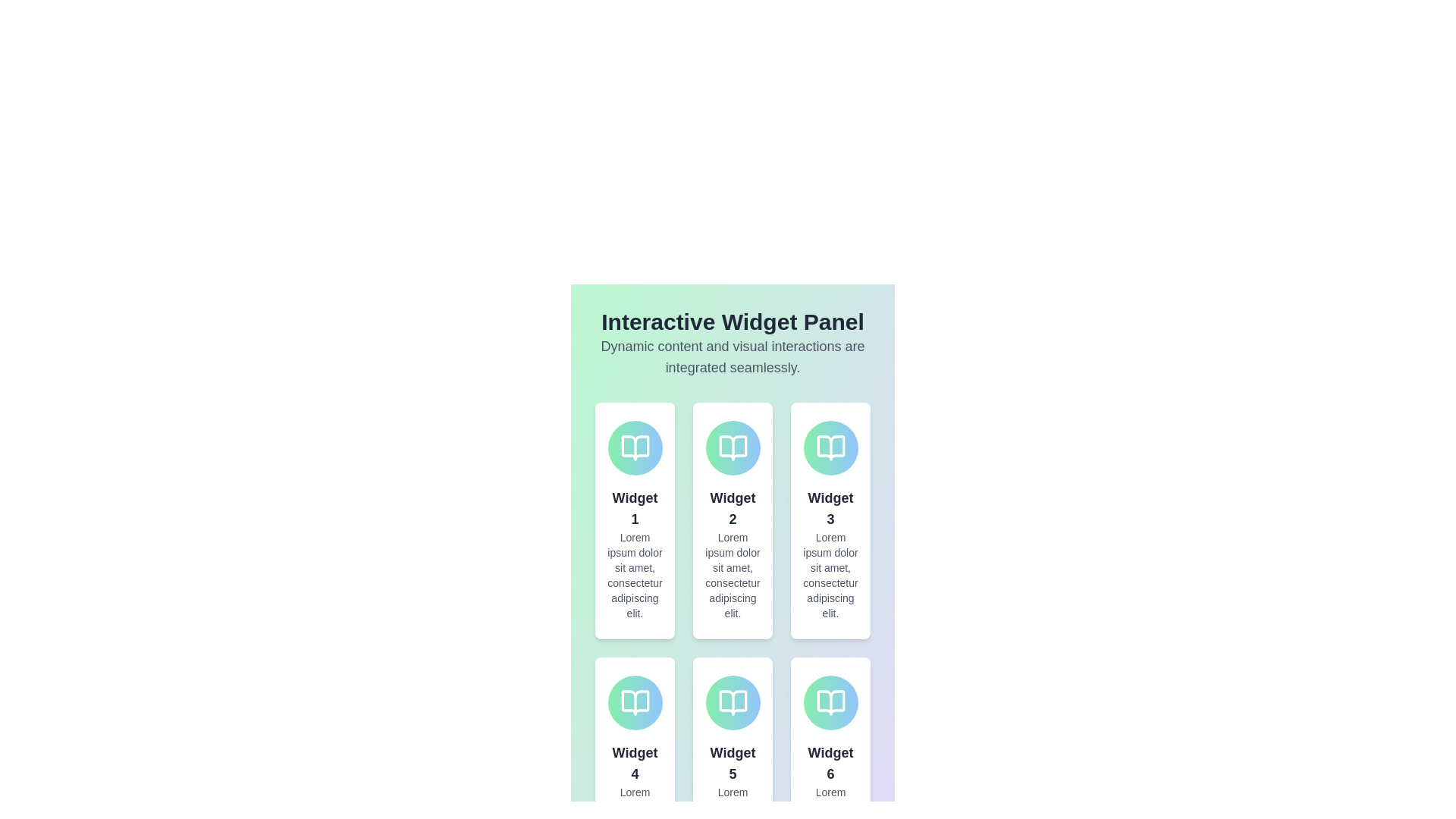  Describe the element at coordinates (830, 702) in the screenshot. I see `the circular icon with a gradient background and a white book icon in the center, located in the bottom-right corner of the 'Widget 6' panel` at that location.